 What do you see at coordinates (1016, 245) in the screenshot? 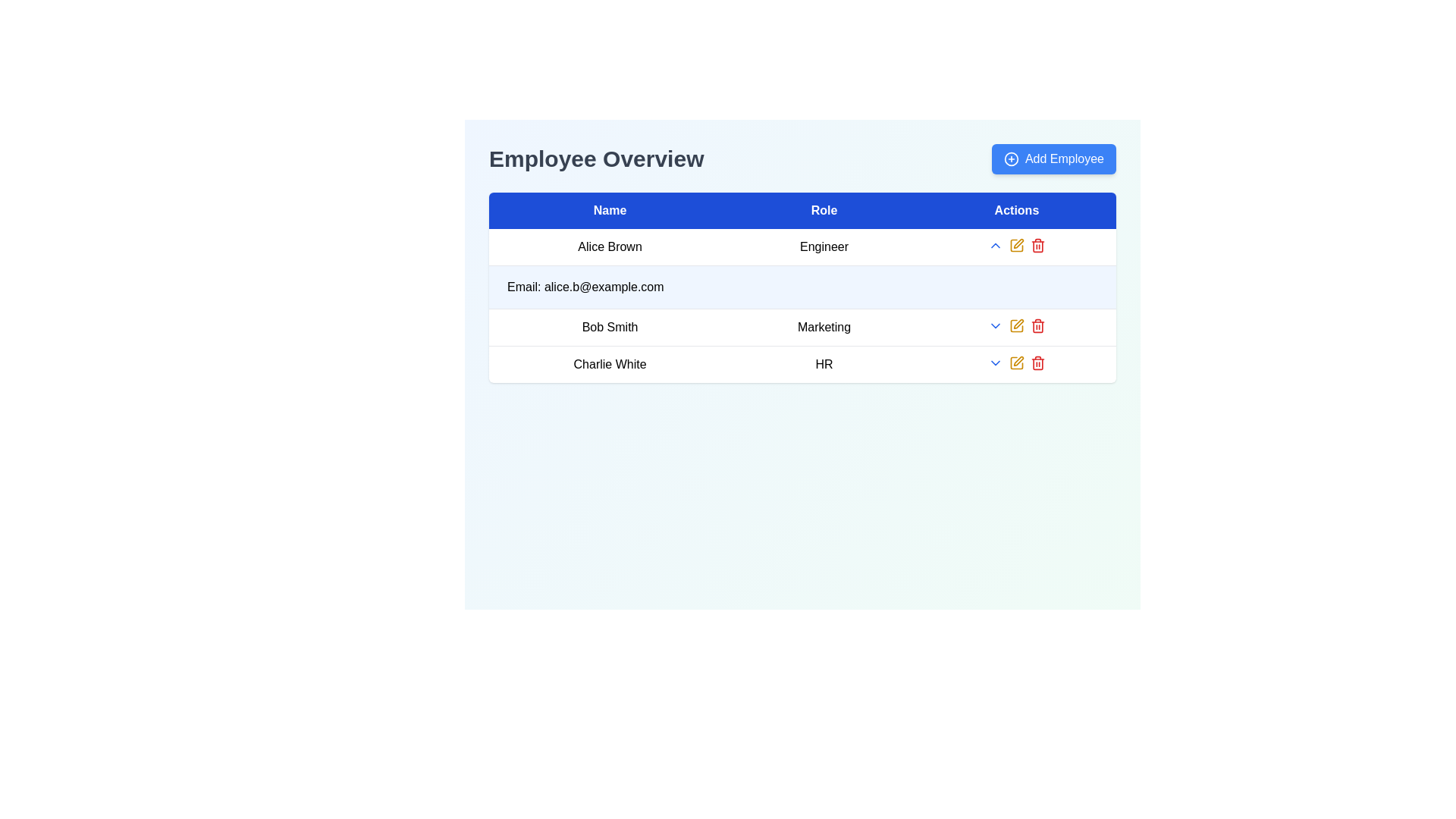
I see `the pencil icon located in the Actions column of the first row to initiate an edit action` at bounding box center [1016, 245].